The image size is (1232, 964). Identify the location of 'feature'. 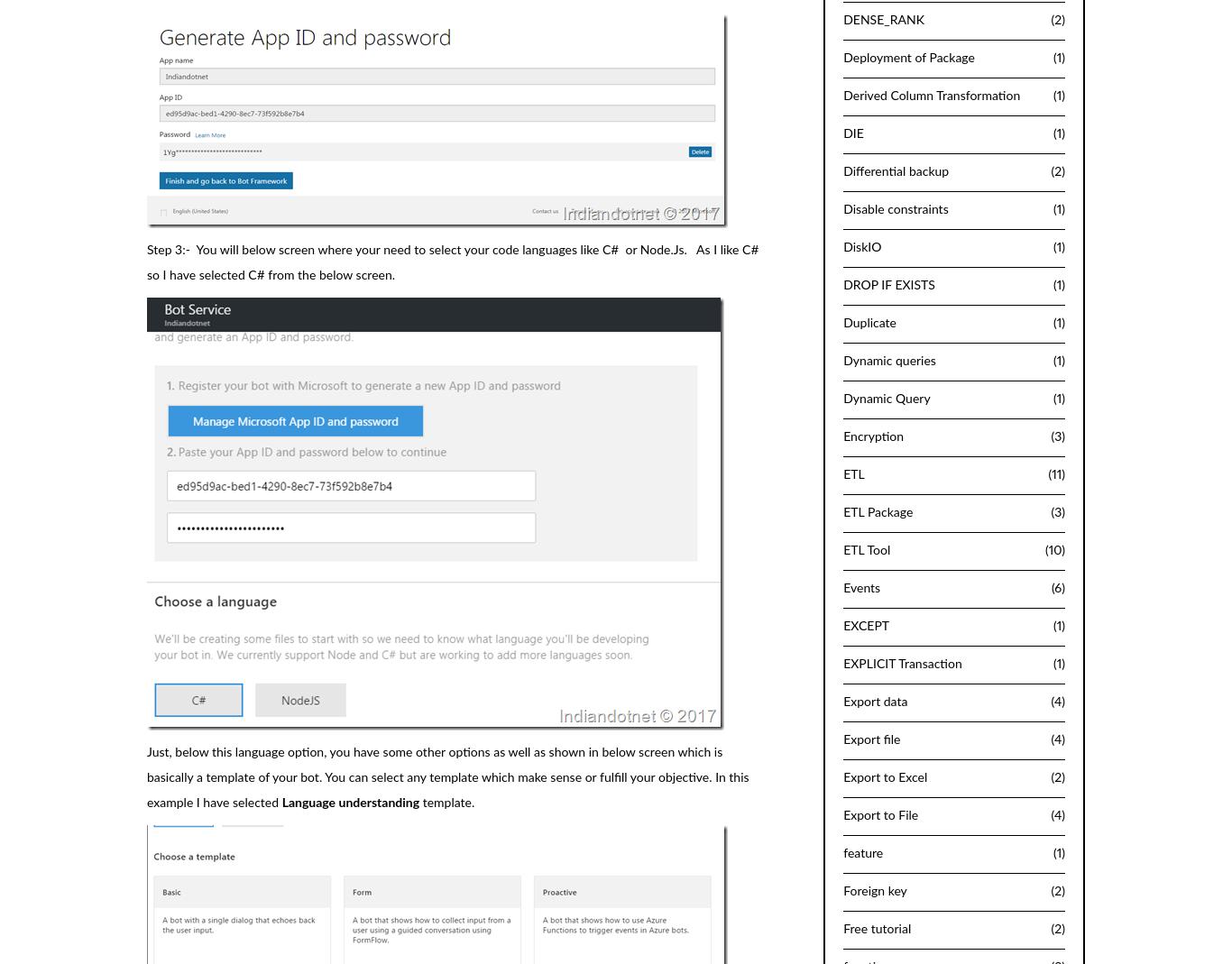
(863, 851).